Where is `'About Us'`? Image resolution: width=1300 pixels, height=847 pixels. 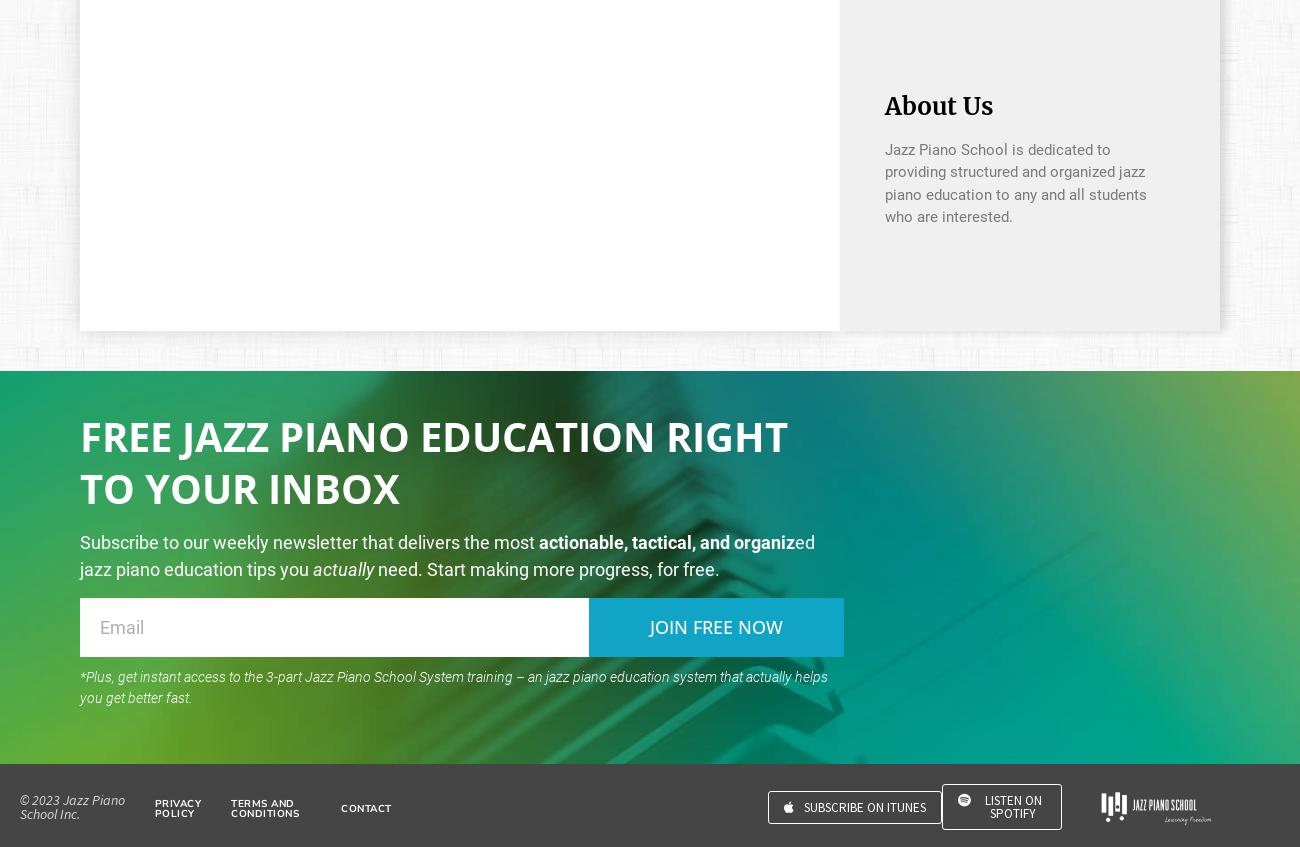 'About Us' is located at coordinates (937, 105).